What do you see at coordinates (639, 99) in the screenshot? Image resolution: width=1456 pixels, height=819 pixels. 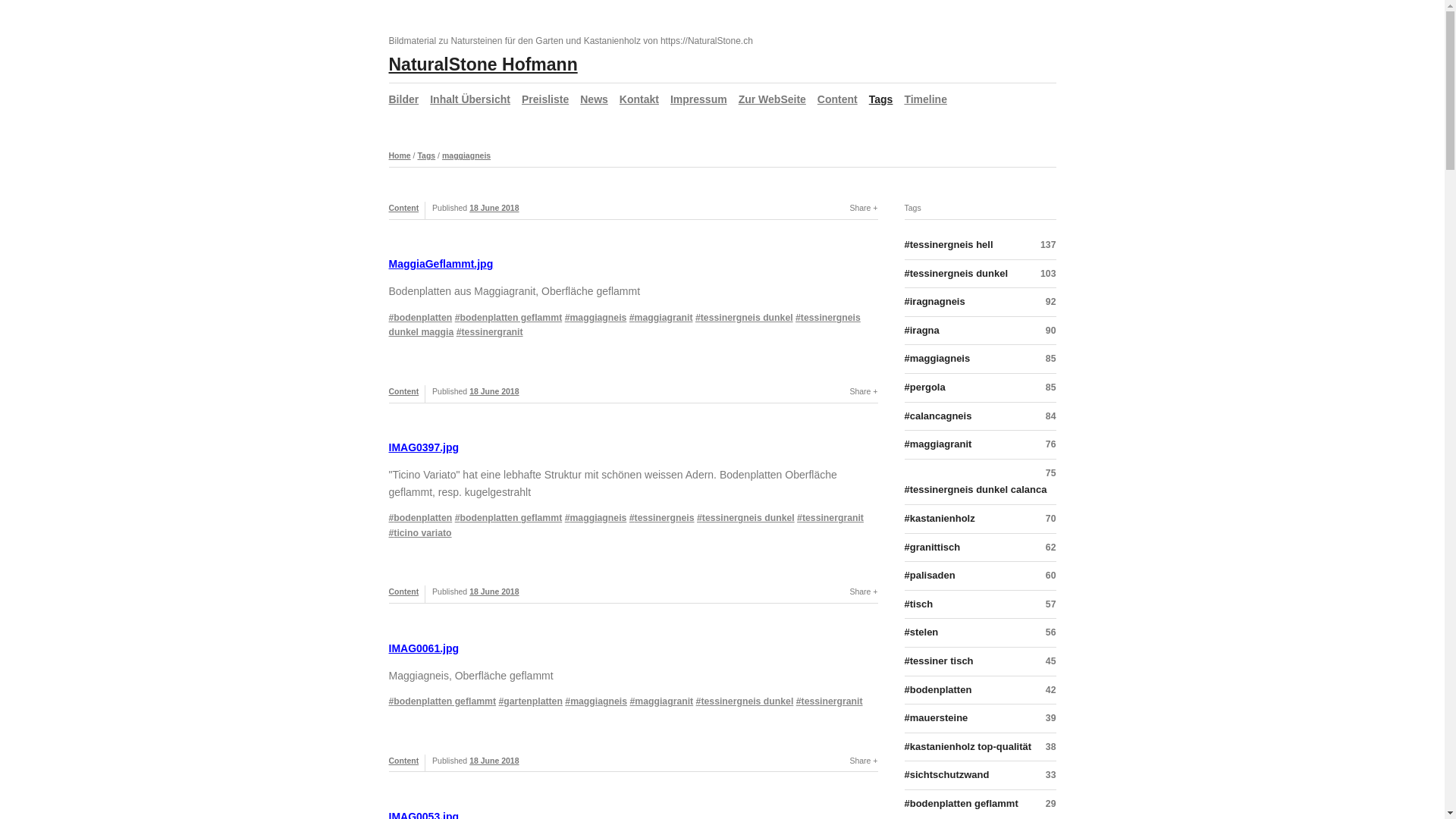 I see `'Kontakt'` at bounding box center [639, 99].